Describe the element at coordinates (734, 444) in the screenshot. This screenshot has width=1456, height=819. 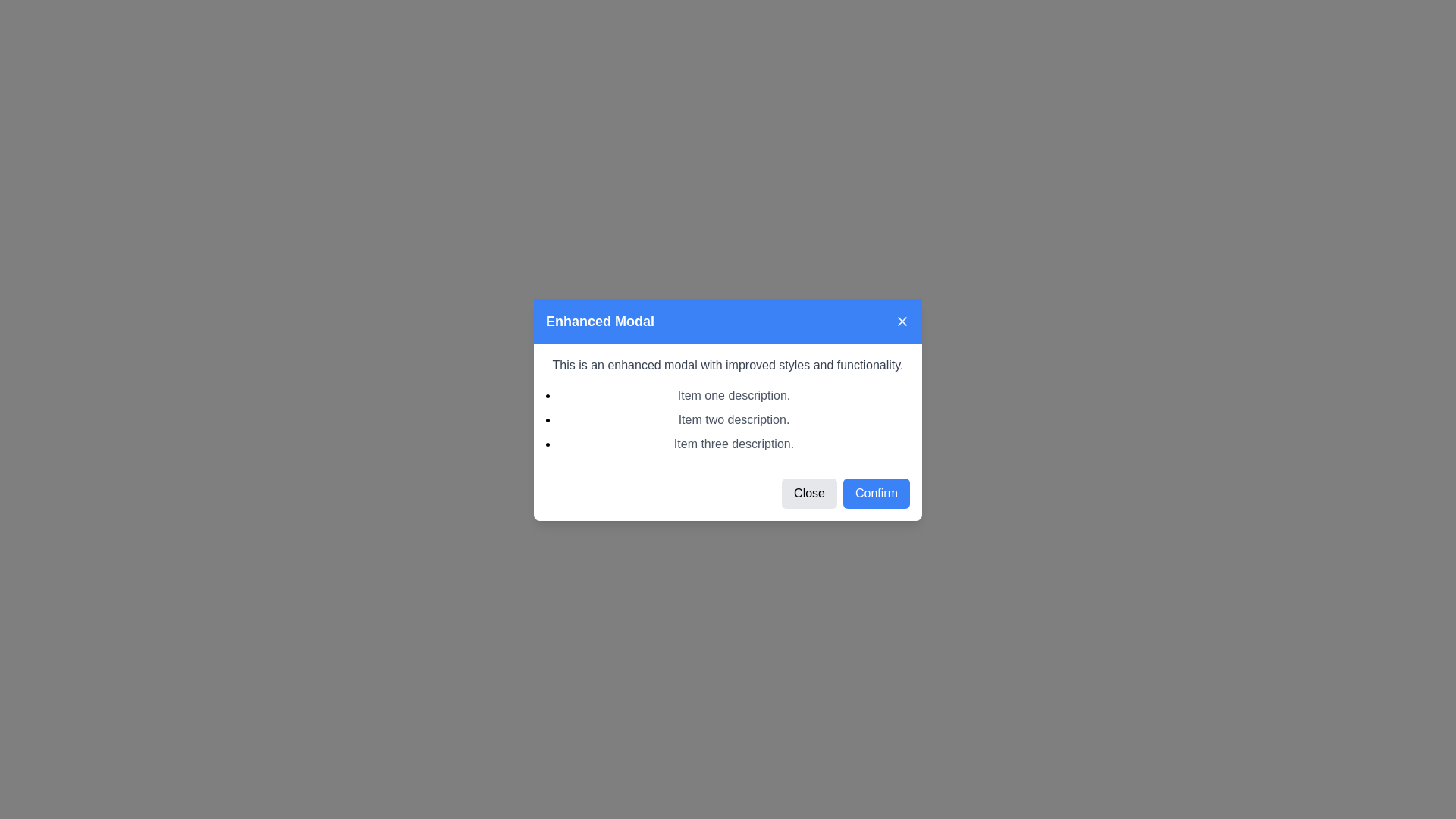
I see `text element displaying 'Item three description.' which is the third item in a bullet-point list within a modal window` at that location.